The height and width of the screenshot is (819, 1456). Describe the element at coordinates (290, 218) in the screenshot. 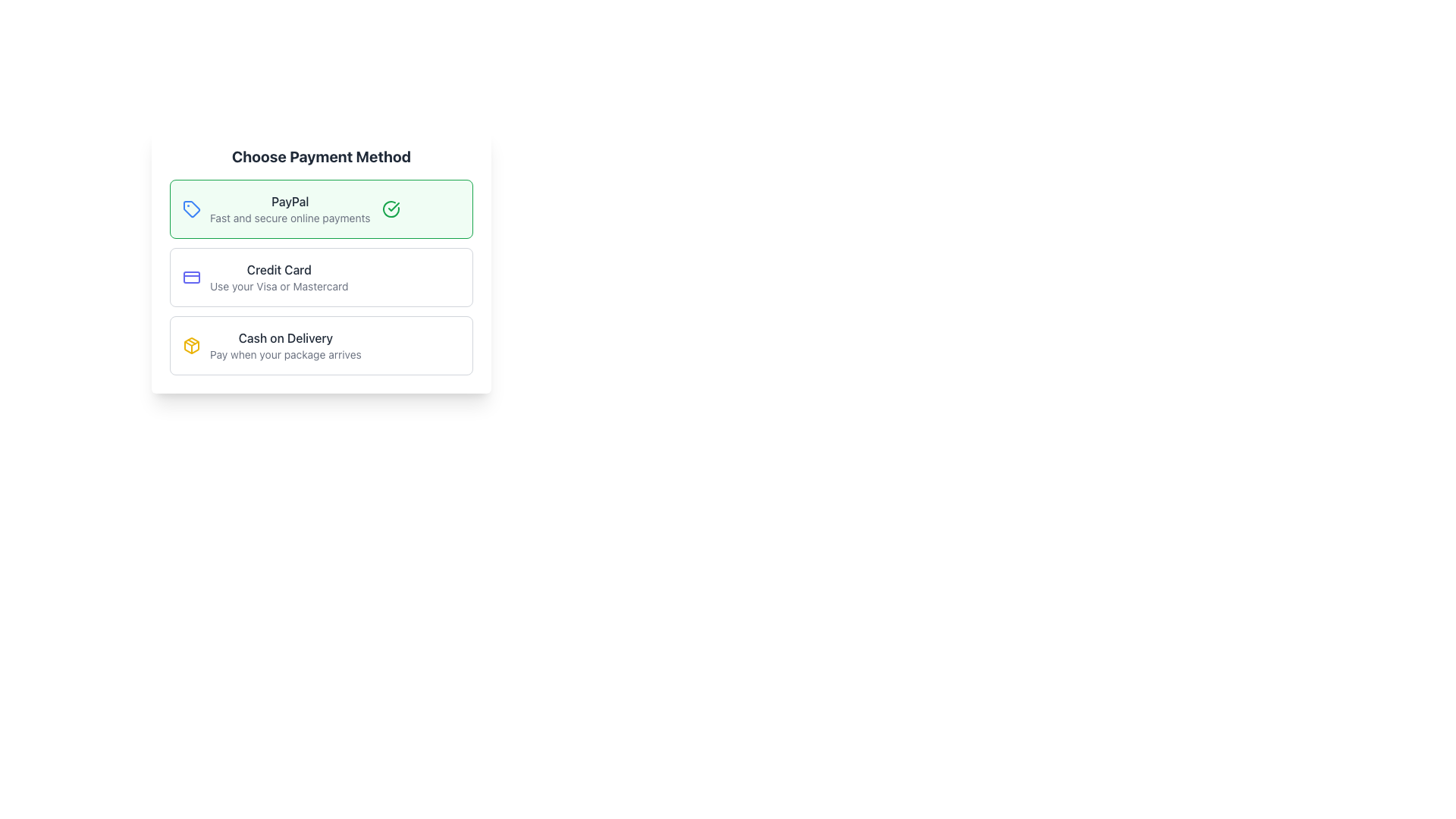

I see `text label that states 'Fast and secure online payments', which is styled in gray and positioned below the bold 'PayPal' text in the payment options list` at that location.